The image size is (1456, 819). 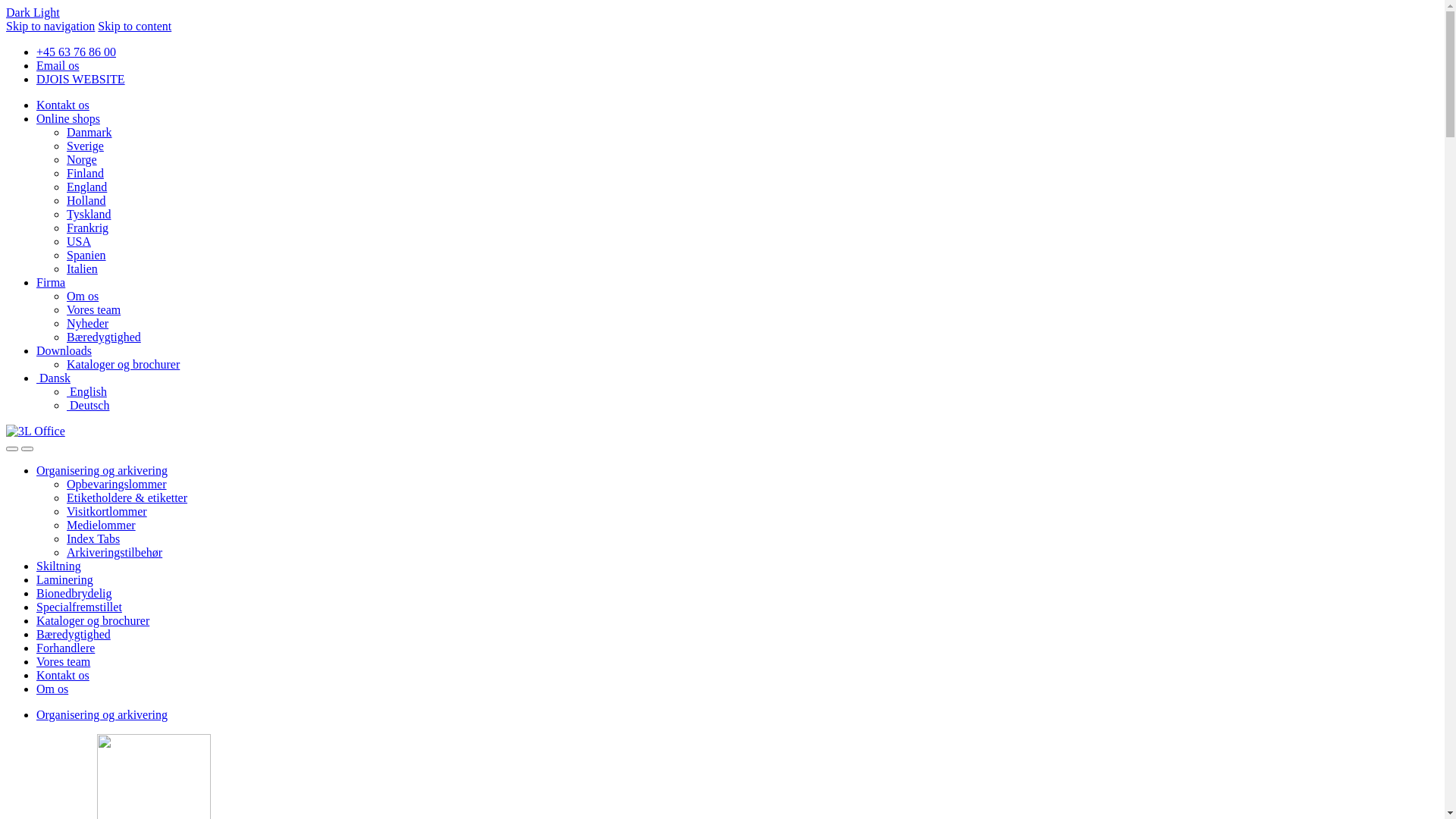 What do you see at coordinates (50, 26) in the screenshot?
I see `'Skip to navigation'` at bounding box center [50, 26].